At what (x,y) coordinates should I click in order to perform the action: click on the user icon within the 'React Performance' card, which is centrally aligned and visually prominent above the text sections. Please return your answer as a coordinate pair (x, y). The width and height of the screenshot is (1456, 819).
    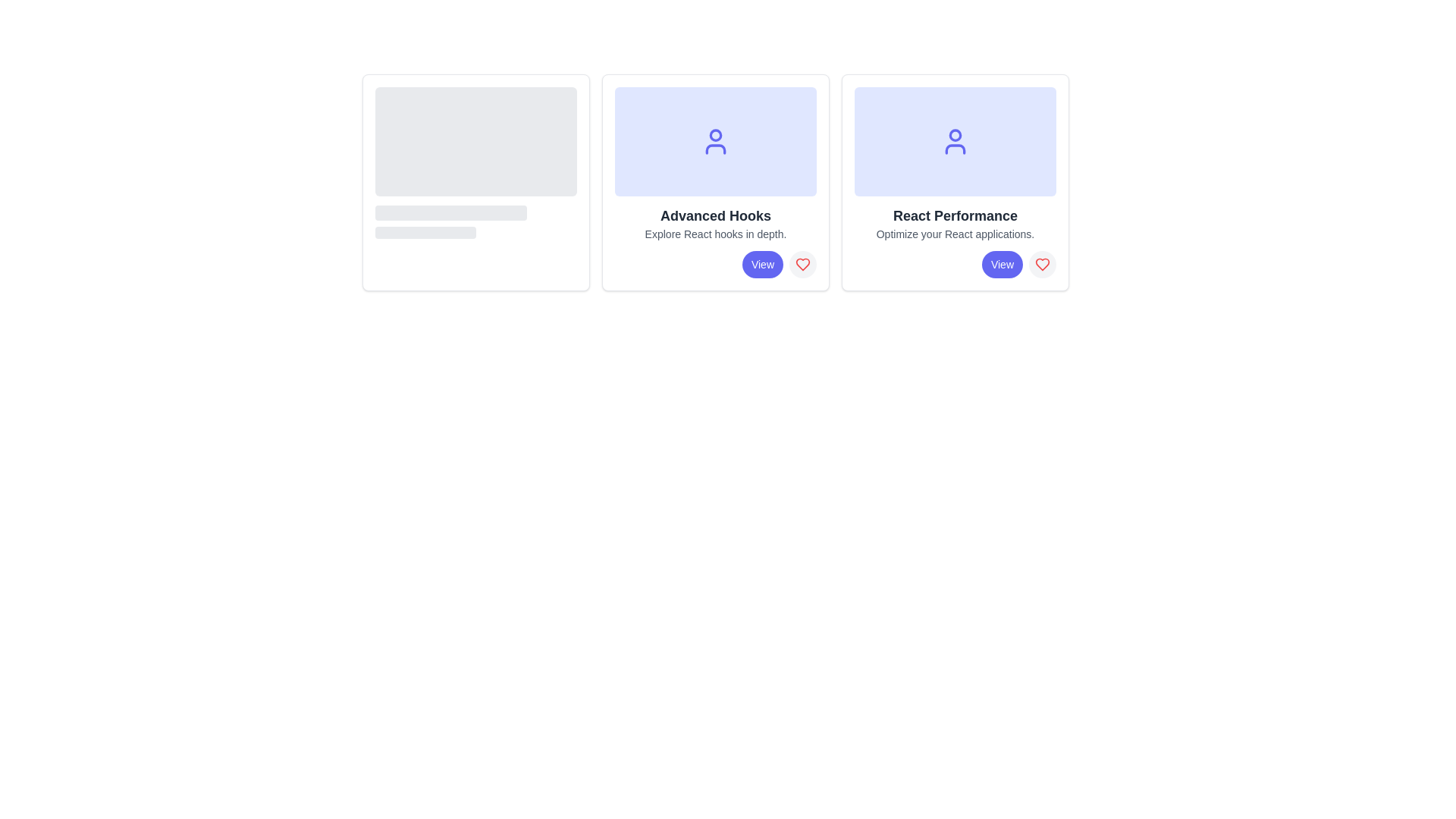
    Looking at the image, I should click on (954, 141).